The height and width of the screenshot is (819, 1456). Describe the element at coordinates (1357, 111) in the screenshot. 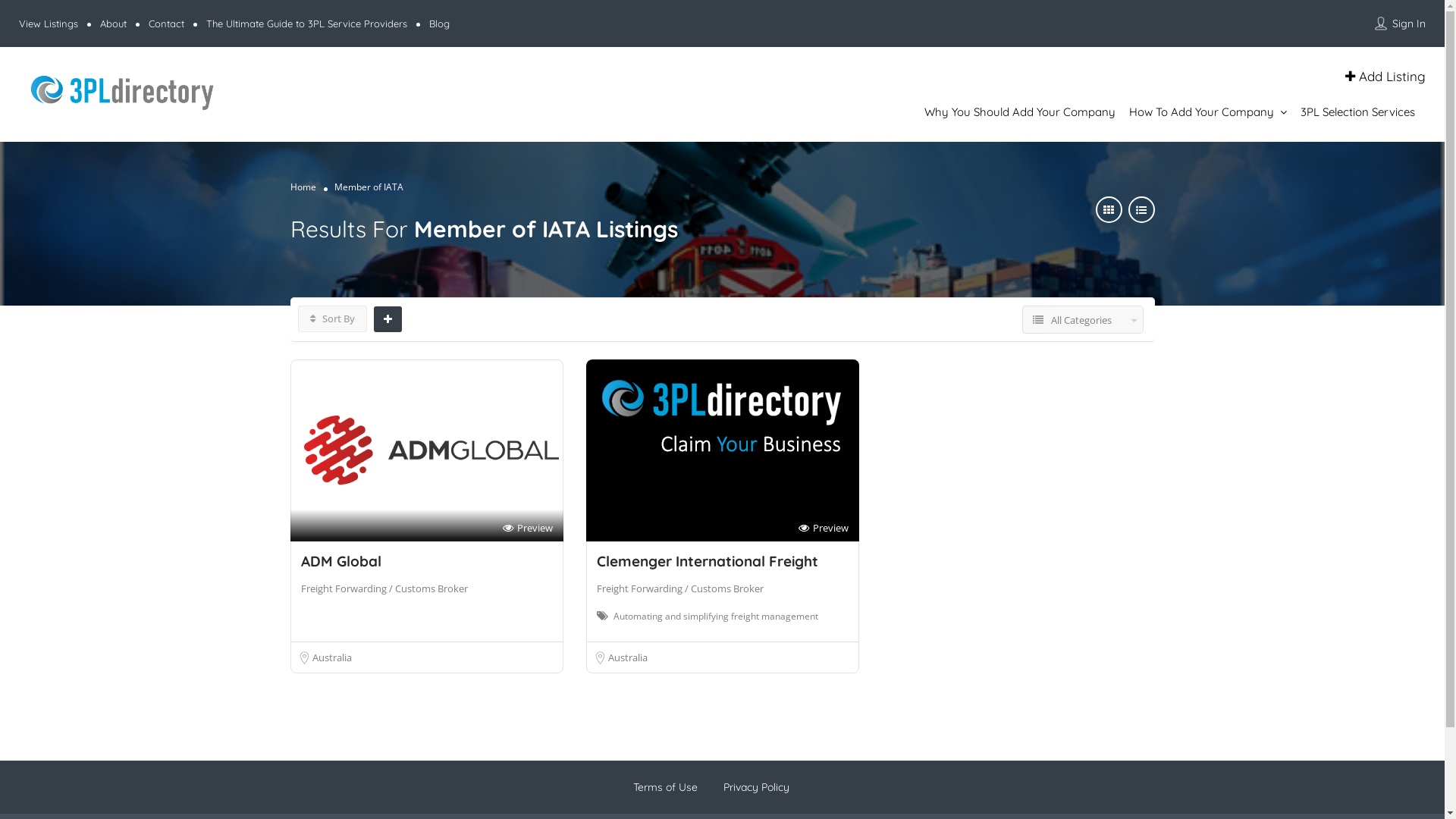

I see `'3PL Selection Services'` at that location.